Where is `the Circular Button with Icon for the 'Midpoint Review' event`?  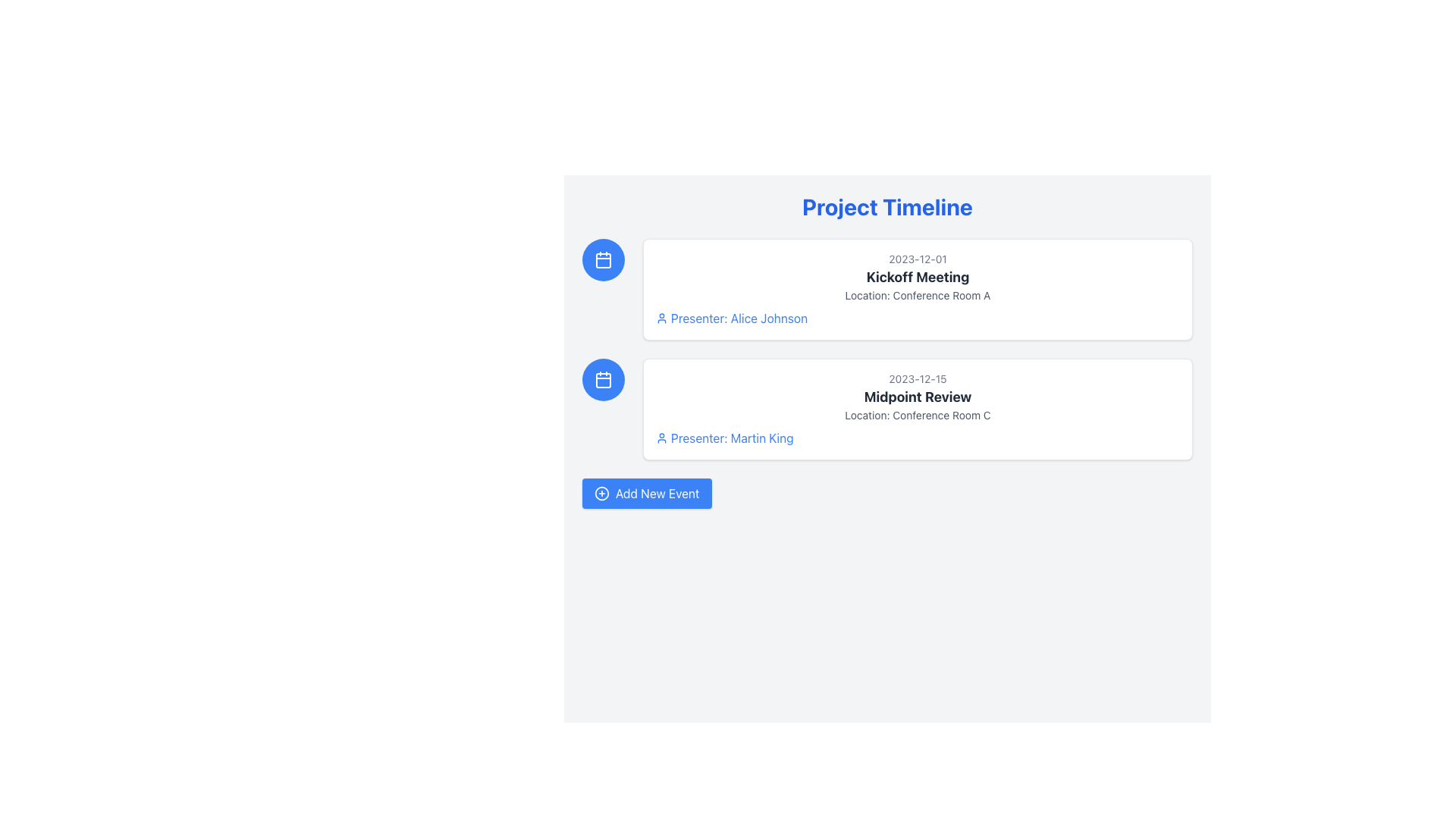
the Circular Button with Icon for the 'Midpoint Review' event is located at coordinates (603, 379).